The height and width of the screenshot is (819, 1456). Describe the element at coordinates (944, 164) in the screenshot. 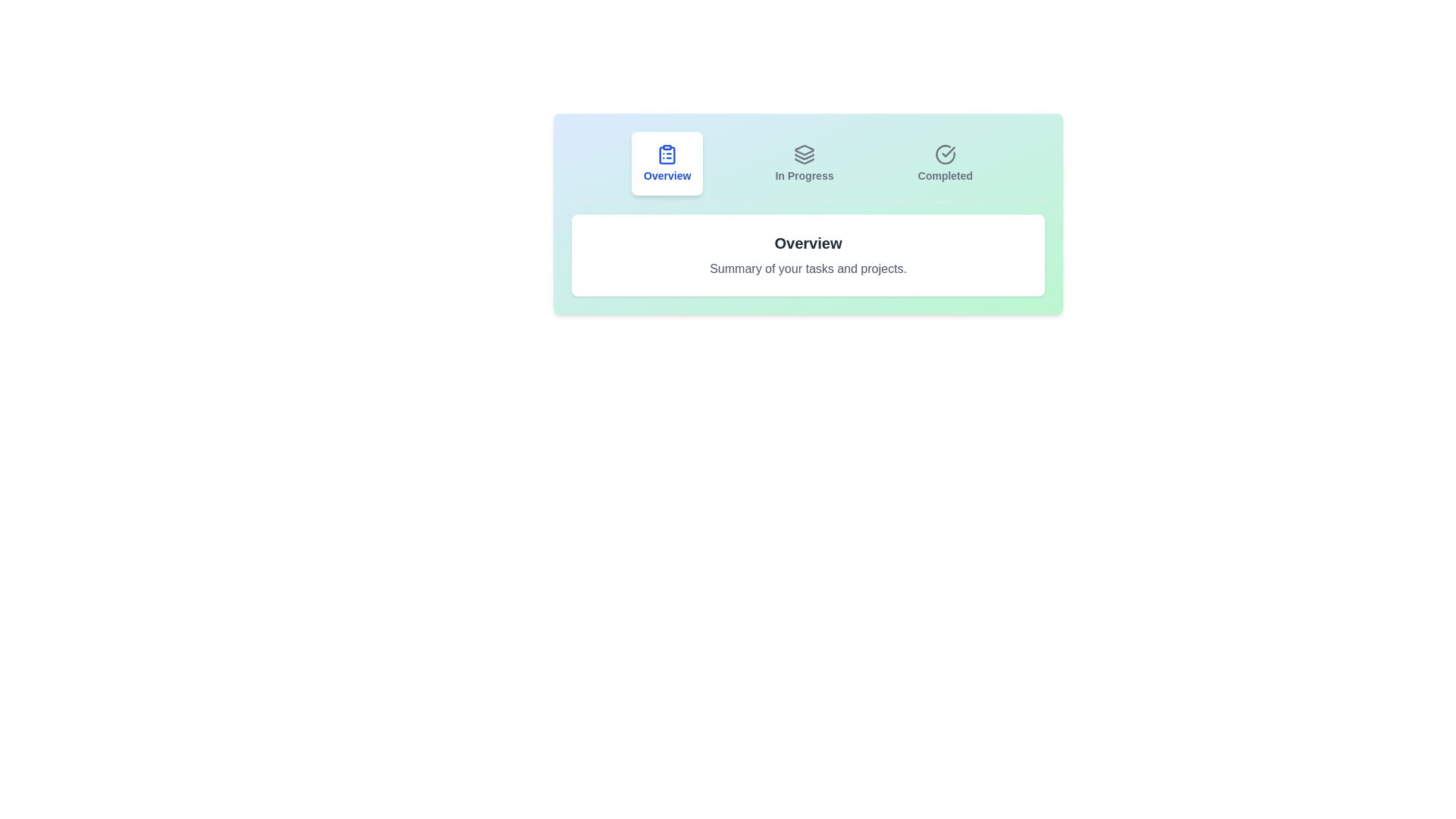

I see `the tab labeled Completed to view its summary text` at that location.